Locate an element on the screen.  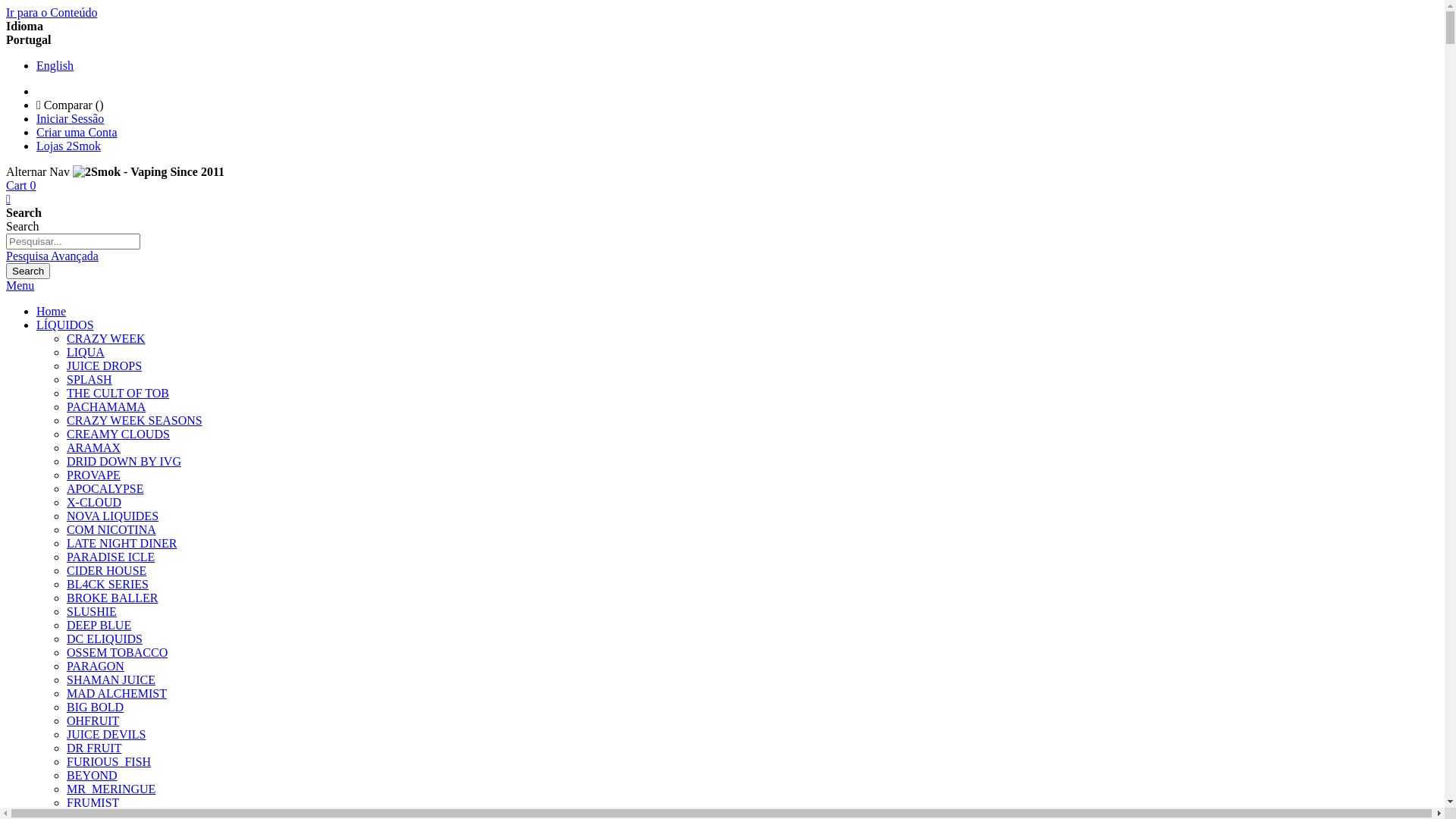
'Comparar ()' is located at coordinates (68, 104).